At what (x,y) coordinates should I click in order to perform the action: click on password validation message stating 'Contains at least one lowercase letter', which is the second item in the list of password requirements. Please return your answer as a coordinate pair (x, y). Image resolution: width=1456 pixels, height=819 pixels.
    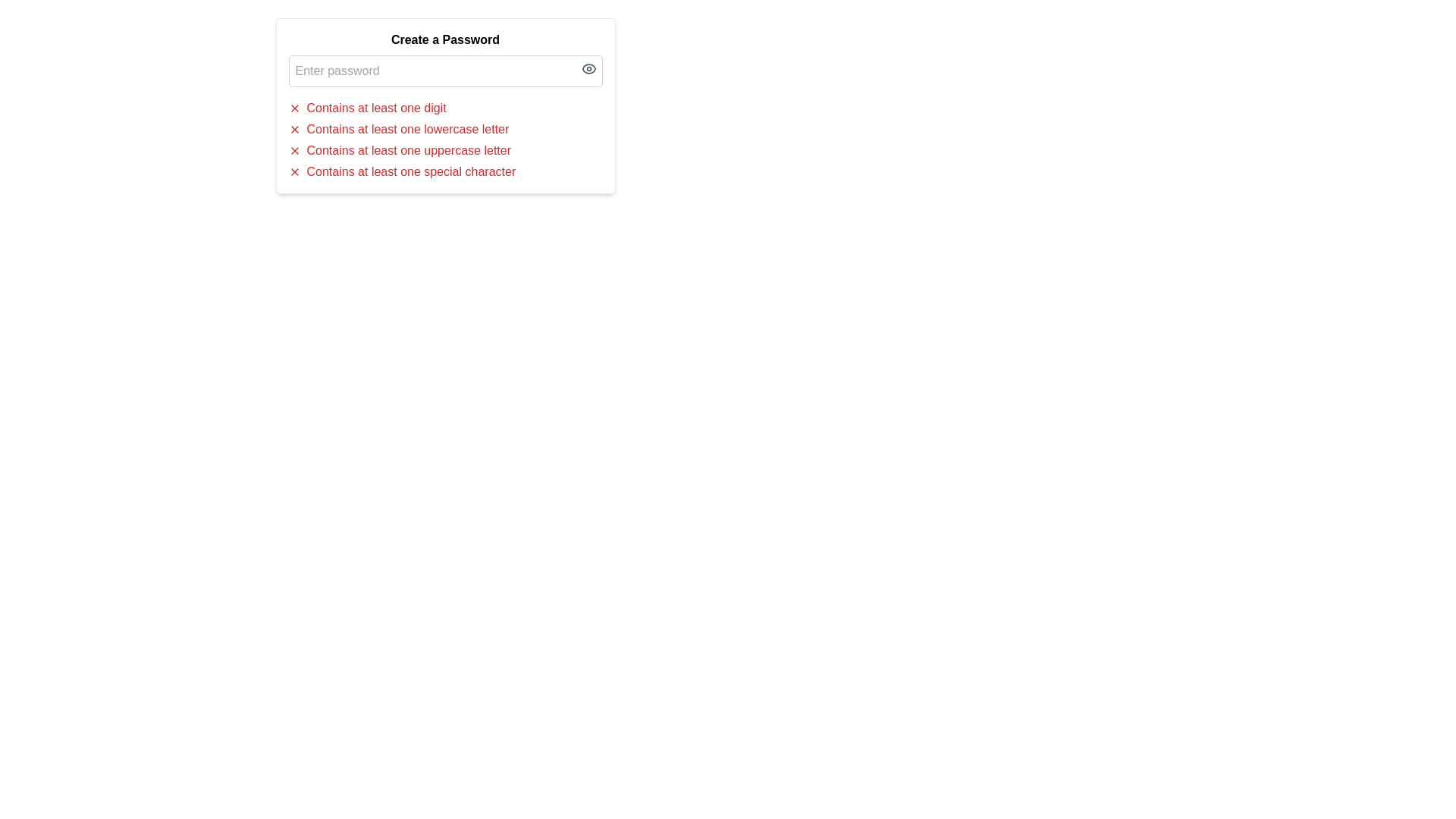
    Looking at the image, I should click on (444, 128).